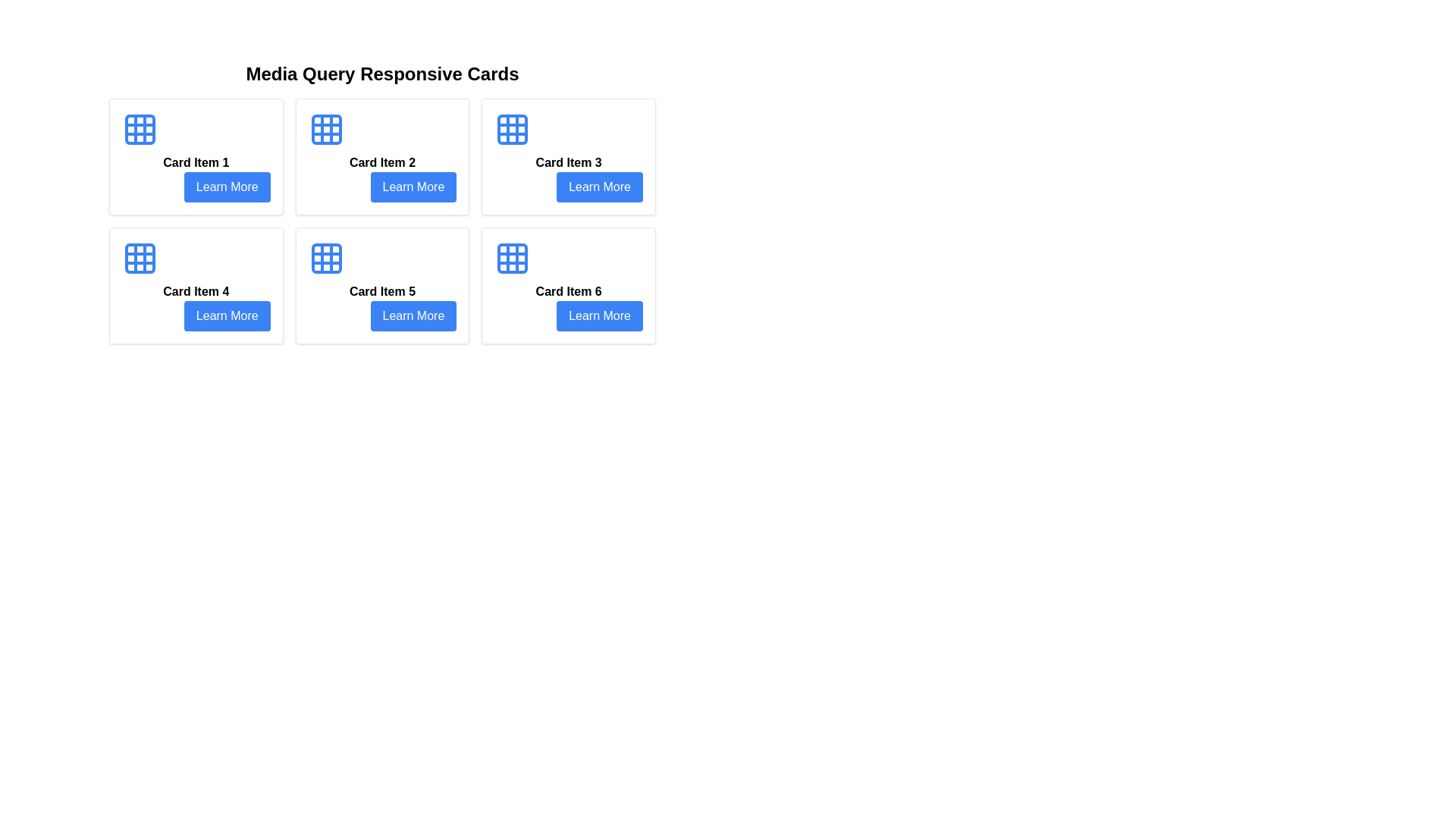 Image resolution: width=1456 pixels, height=819 pixels. I want to click on the grid layout icon located at the top-center of 'Card Item 5' in the second column of the second row, so click(325, 257).